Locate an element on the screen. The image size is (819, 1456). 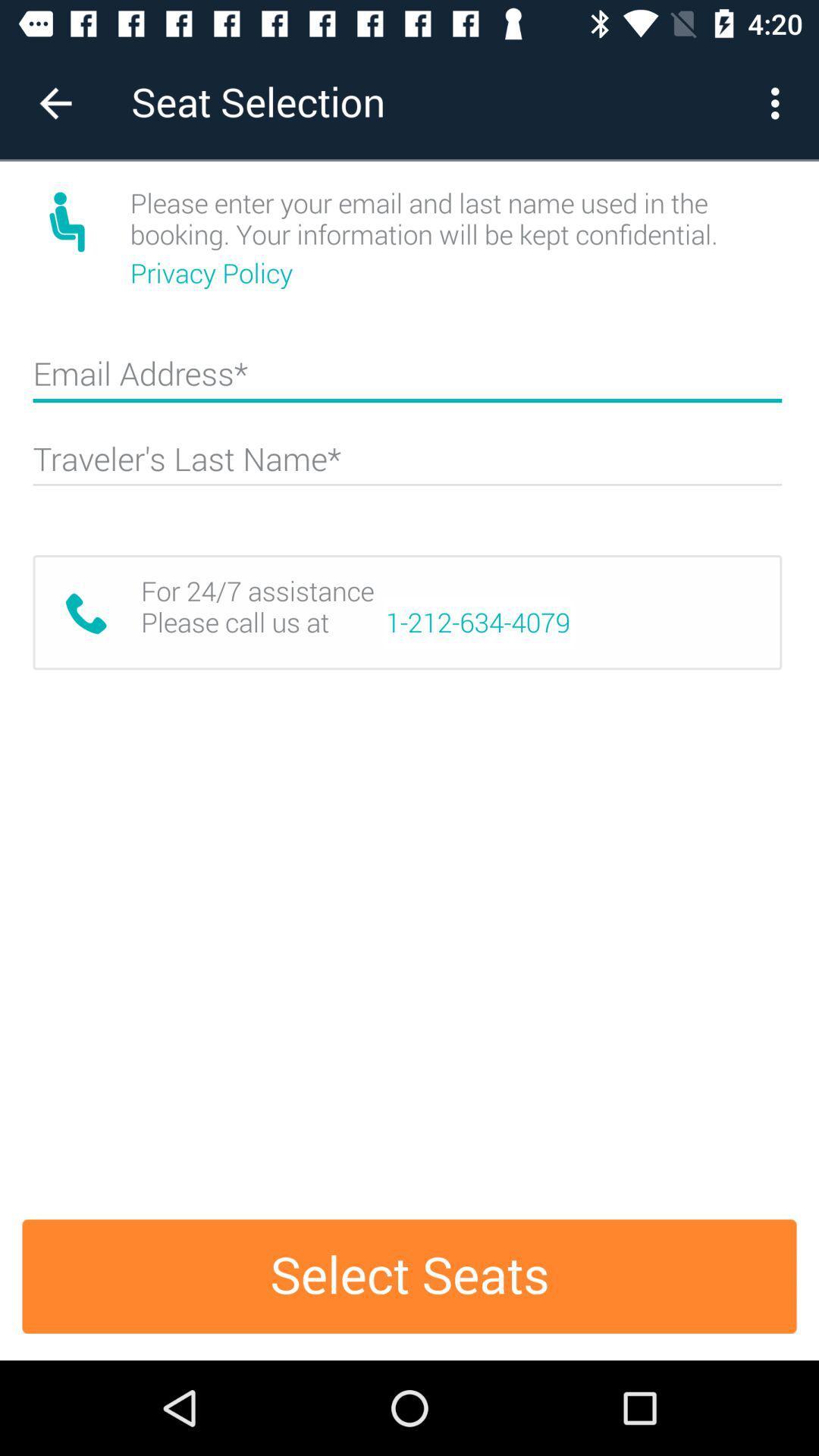
the name box is located at coordinates (406, 465).